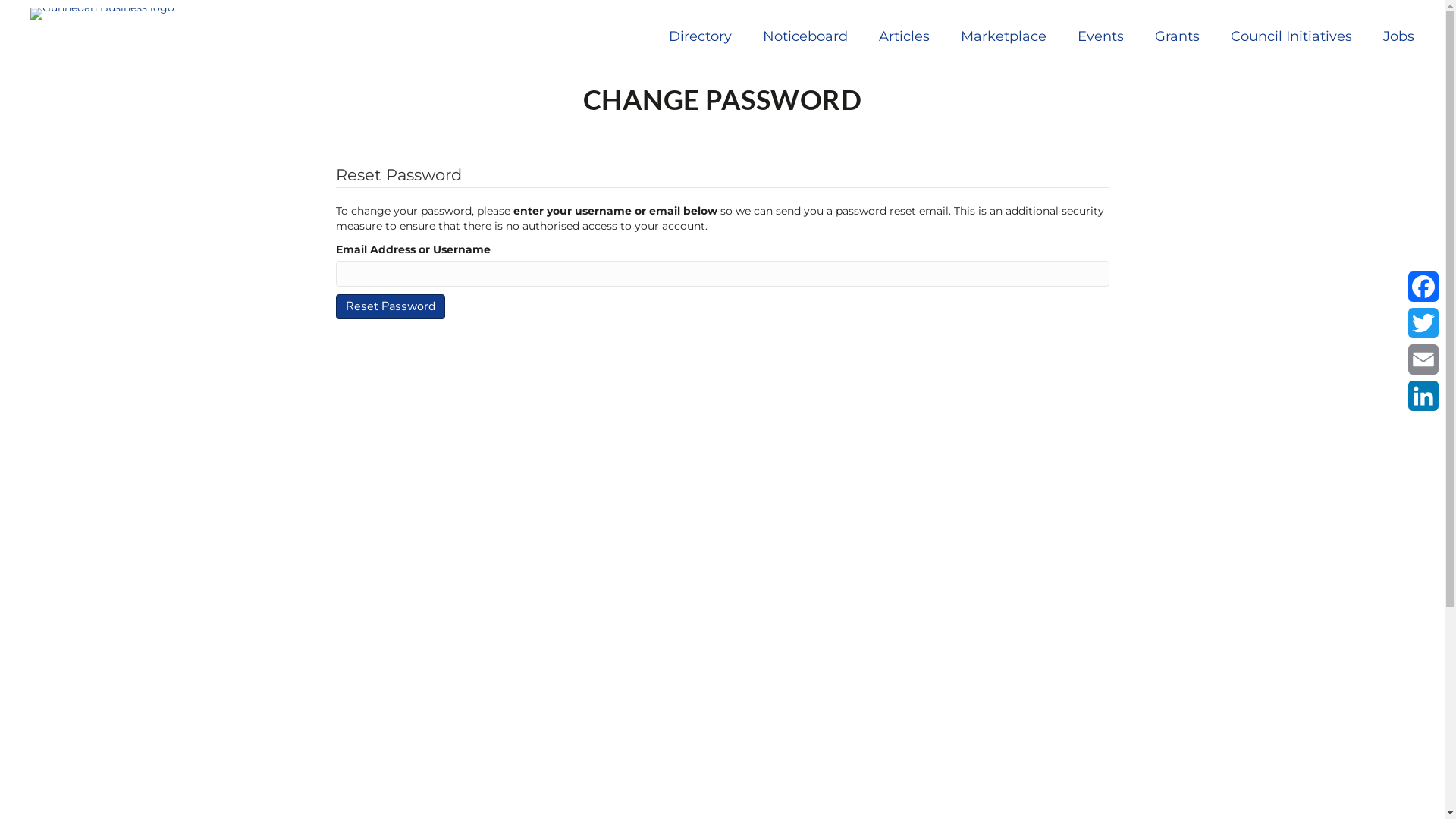 This screenshot has width=1456, height=819. I want to click on 'Reset Password', so click(389, 306).